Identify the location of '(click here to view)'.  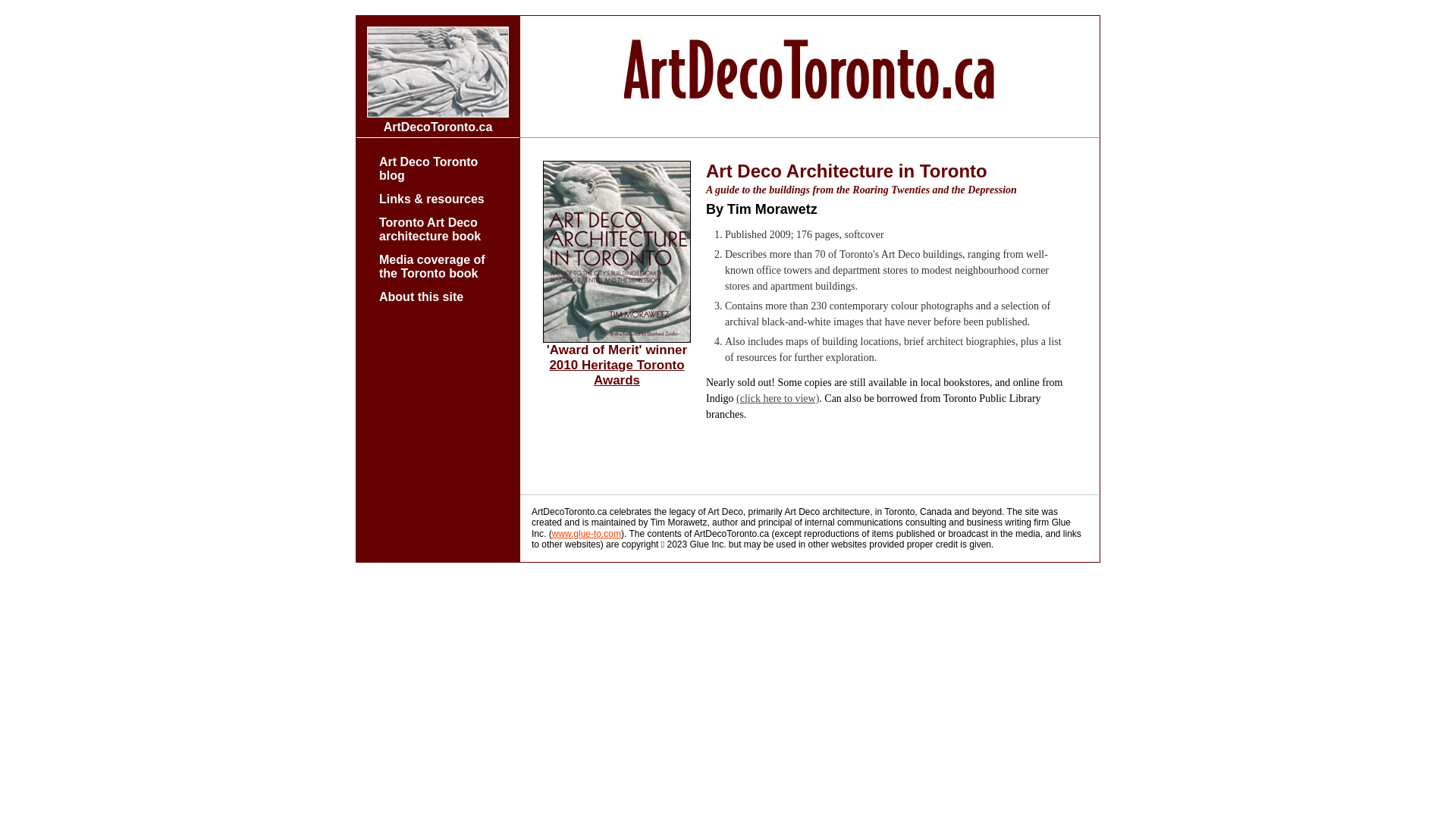
(777, 397).